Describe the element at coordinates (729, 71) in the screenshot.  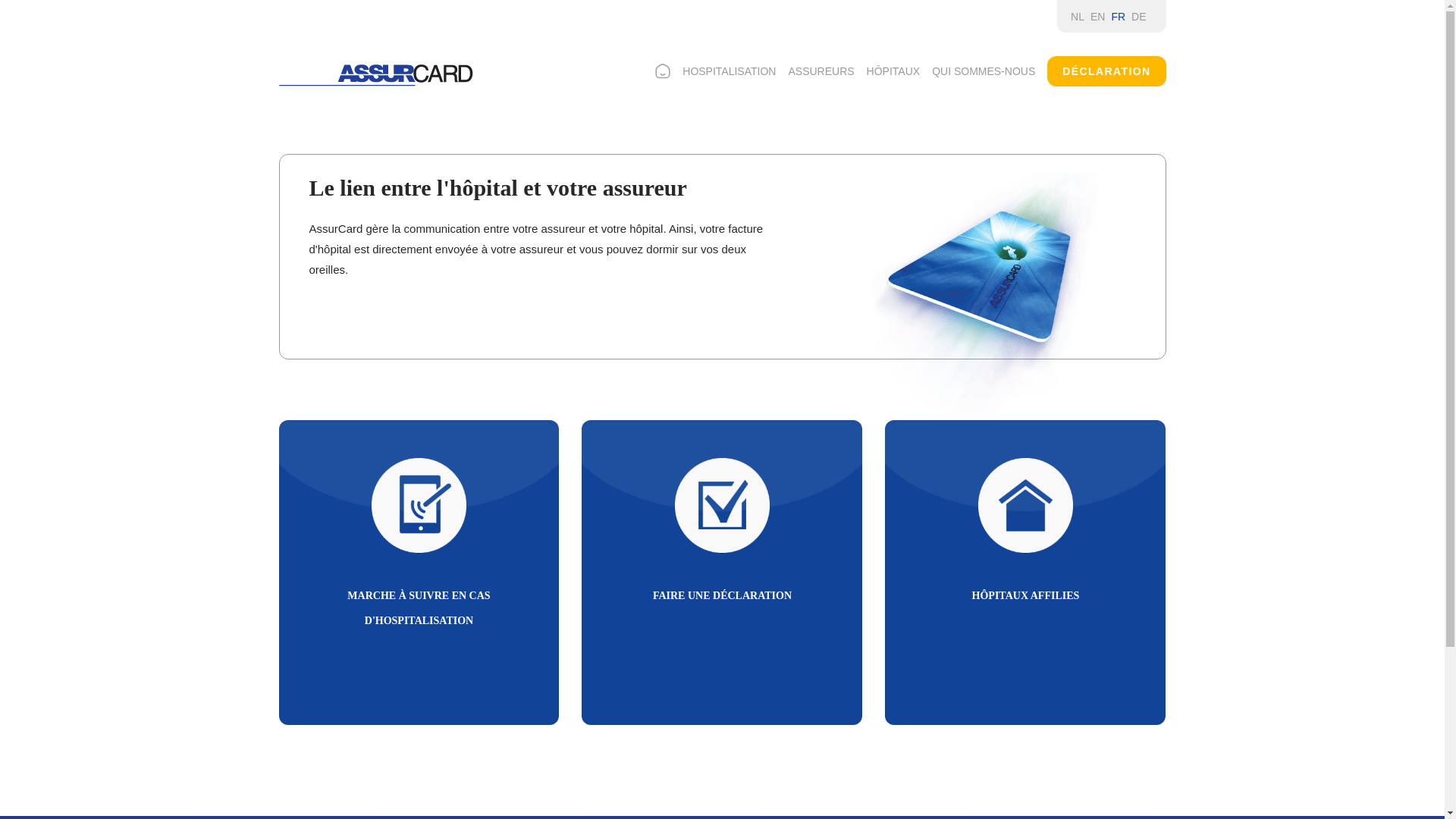
I see `'HOSPITALISATION'` at that location.